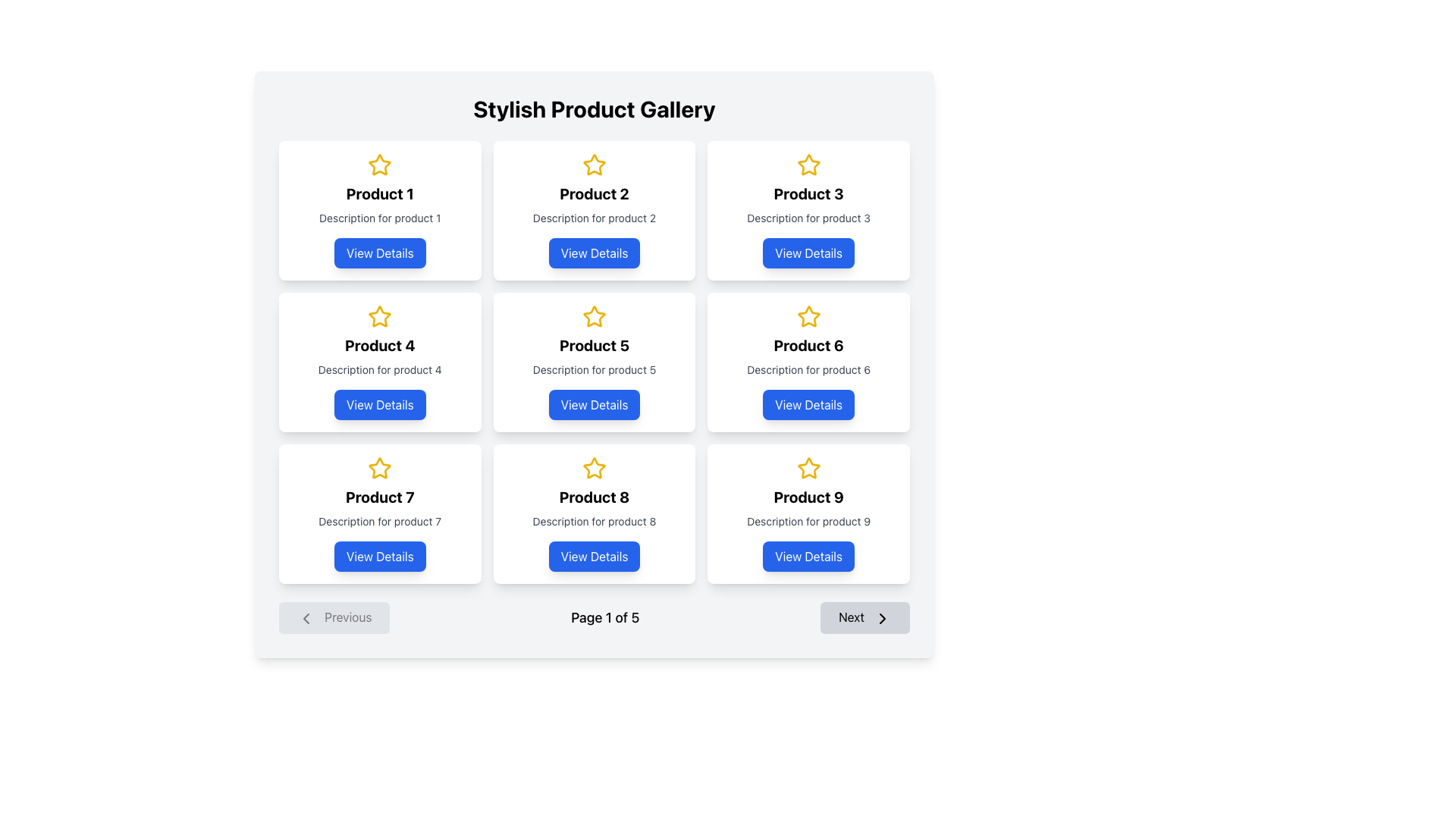 The height and width of the screenshot is (819, 1456). What do you see at coordinates (808, 467) in the screenshot?
I see `the favorite icon located above the 'Product 9' label in the product grid to mark or unmark the item as favorite` at bounding box center [808, 467].